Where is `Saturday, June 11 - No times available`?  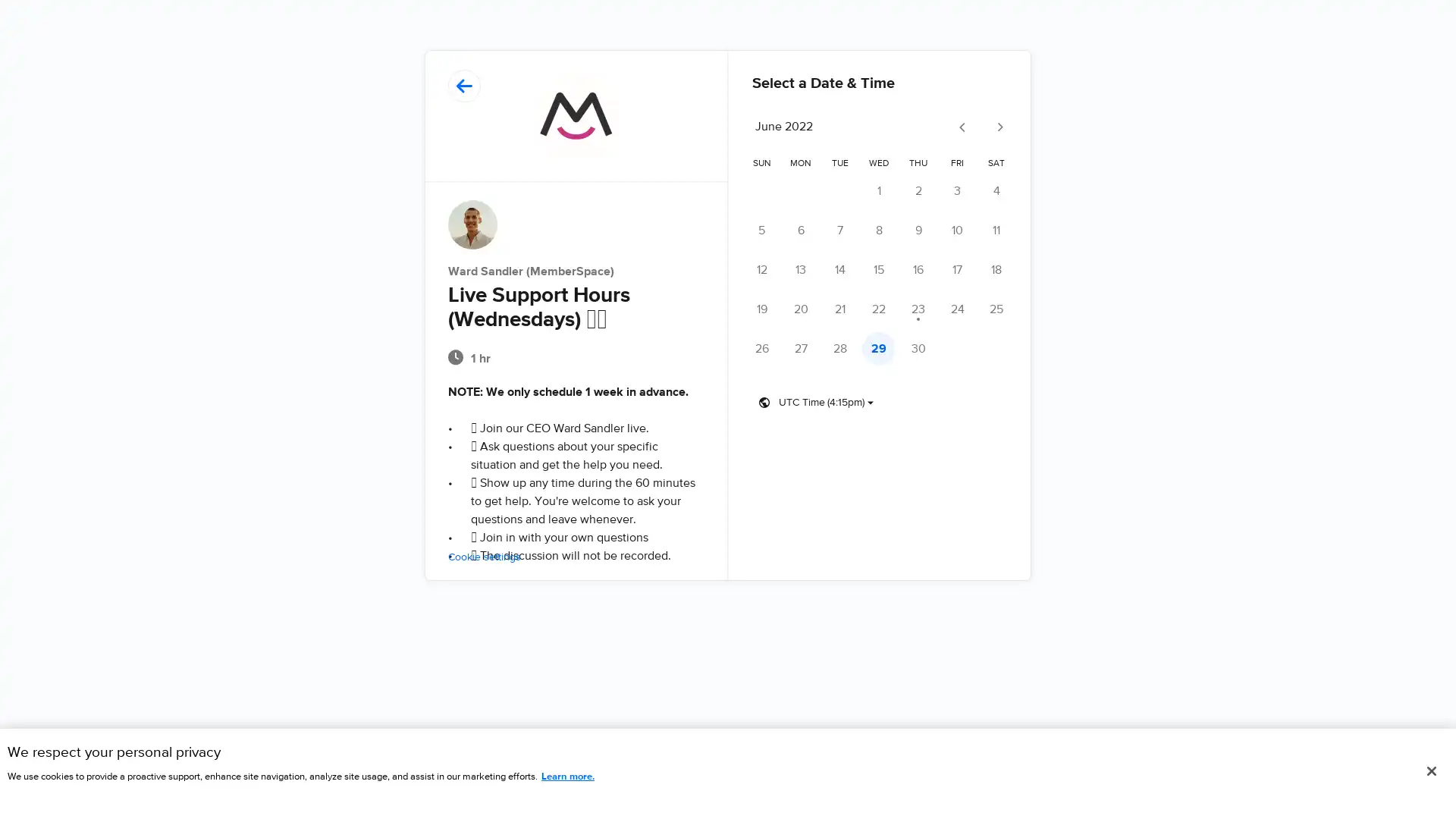
Saturday, June 11 - No times available is located at coordinates (996, 231).